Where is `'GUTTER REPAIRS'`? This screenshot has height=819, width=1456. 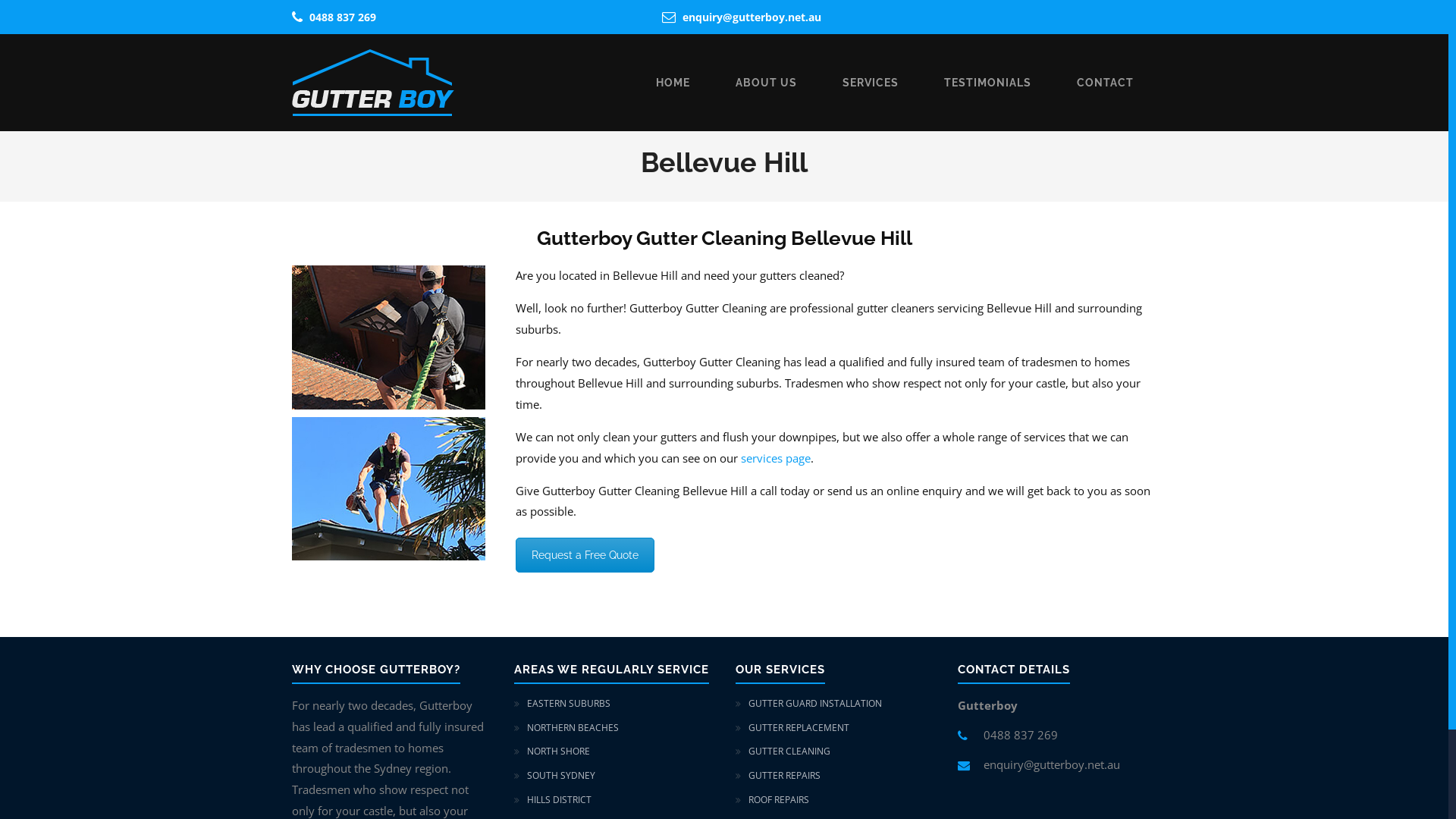
'GUTTER REPAIRS' is located at coordinates (784, 775).